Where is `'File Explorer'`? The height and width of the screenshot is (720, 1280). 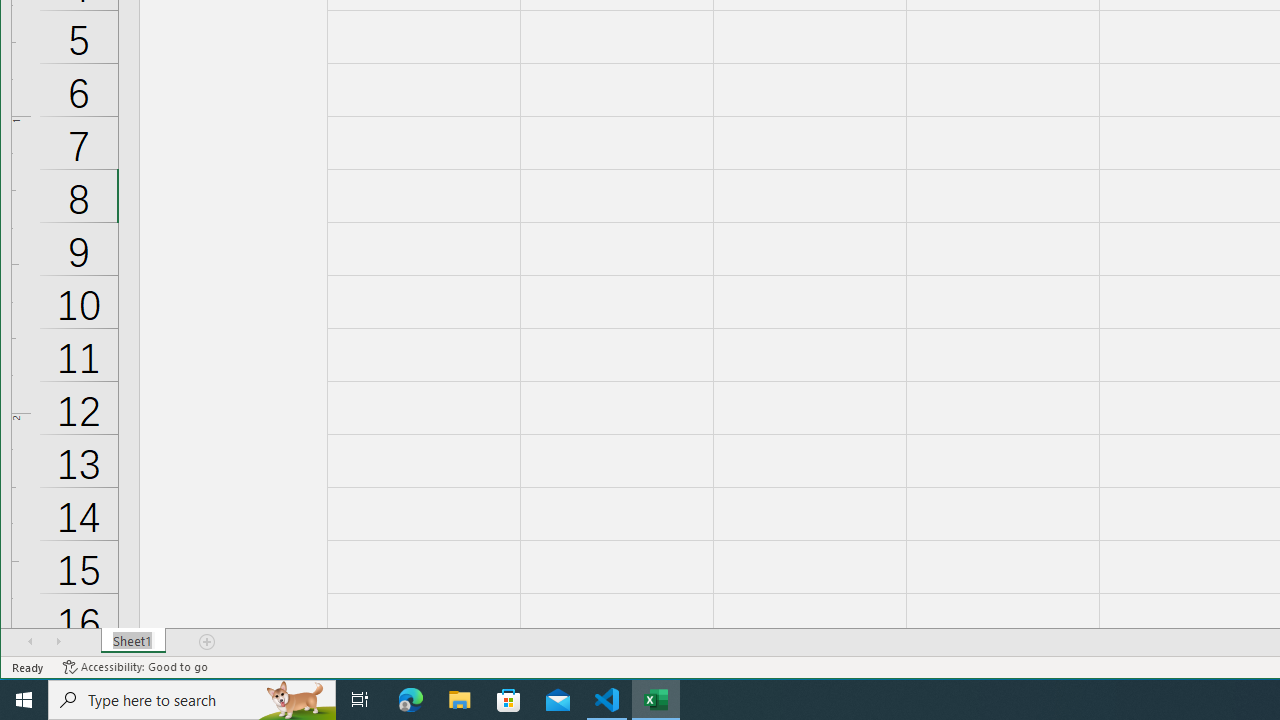
'File Explorer' is located at coordinates (459, 698).